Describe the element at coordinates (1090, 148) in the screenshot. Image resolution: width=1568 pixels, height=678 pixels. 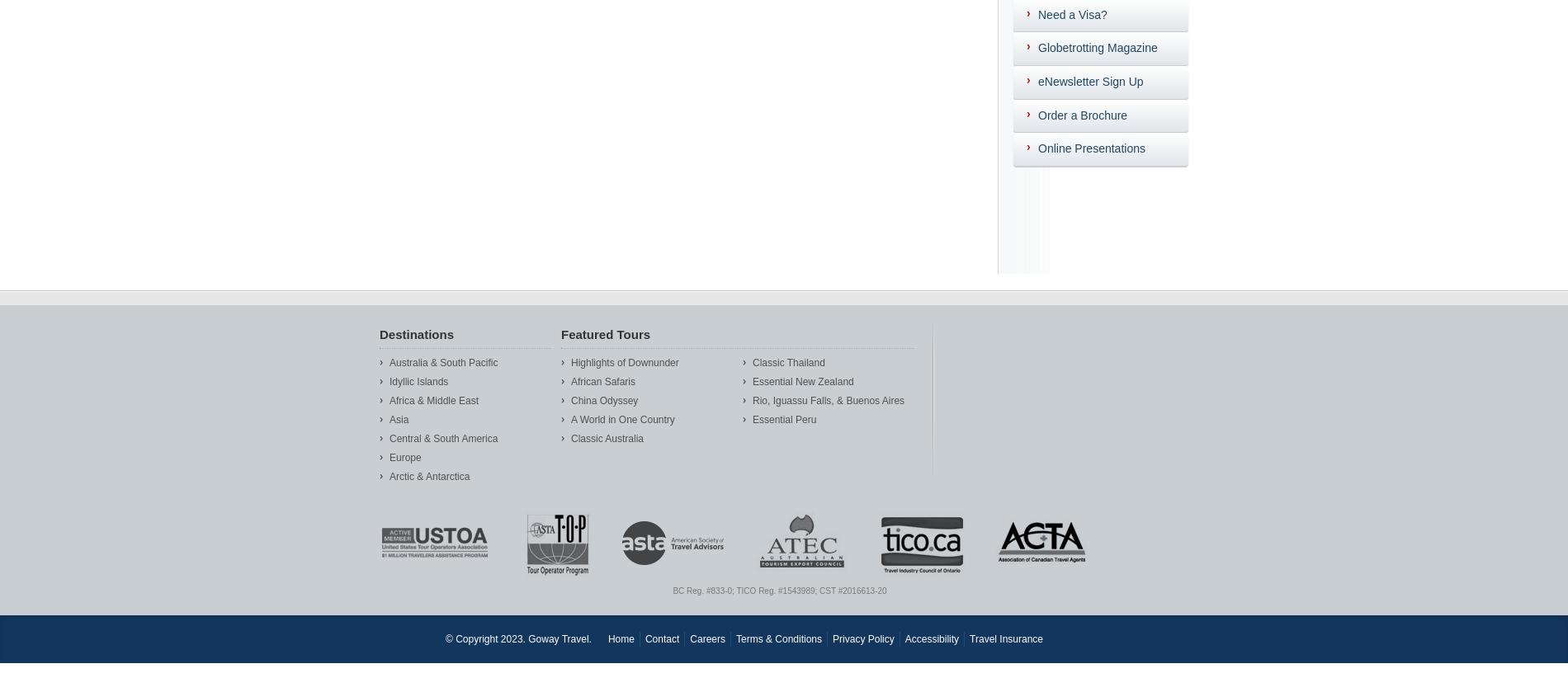
I see `'Online Presentations'` at that location.